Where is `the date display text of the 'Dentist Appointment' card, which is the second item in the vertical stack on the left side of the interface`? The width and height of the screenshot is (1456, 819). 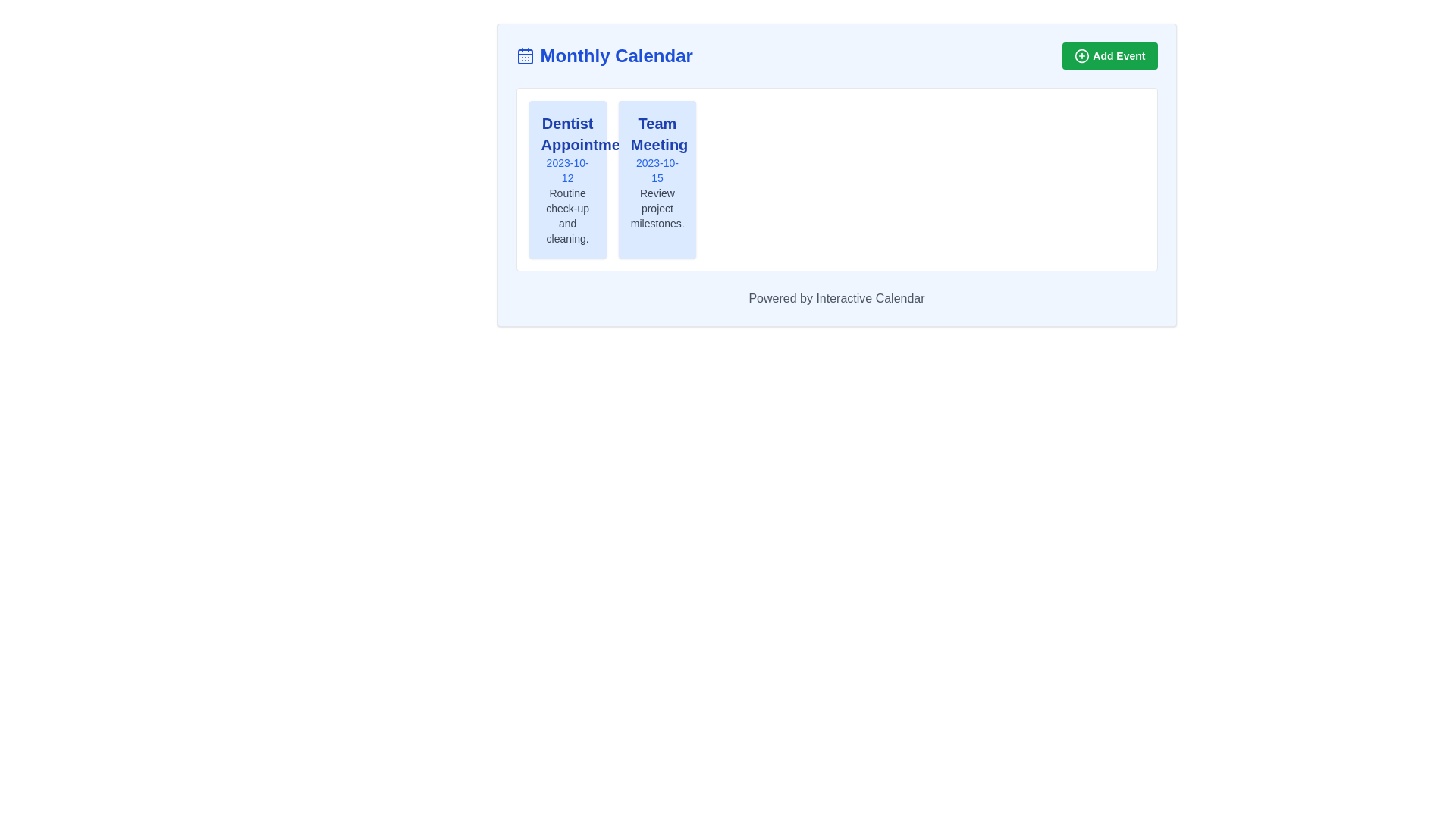 the date display text of the 'Dentist Appointment' card, which is the second item in the vertical stack on the left side of the interface is located at coordinates (566, 170).